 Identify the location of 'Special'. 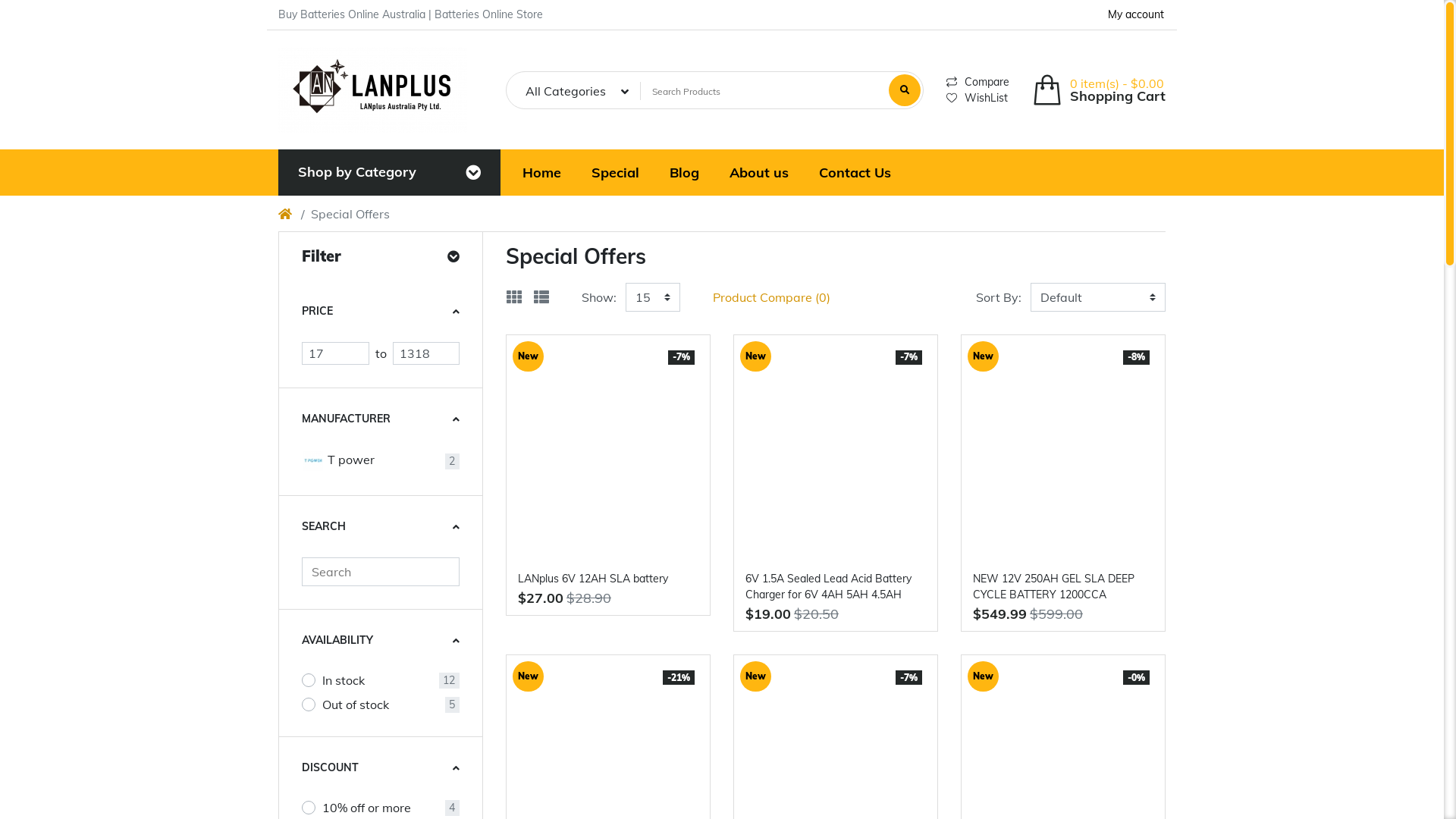
(575, 171).